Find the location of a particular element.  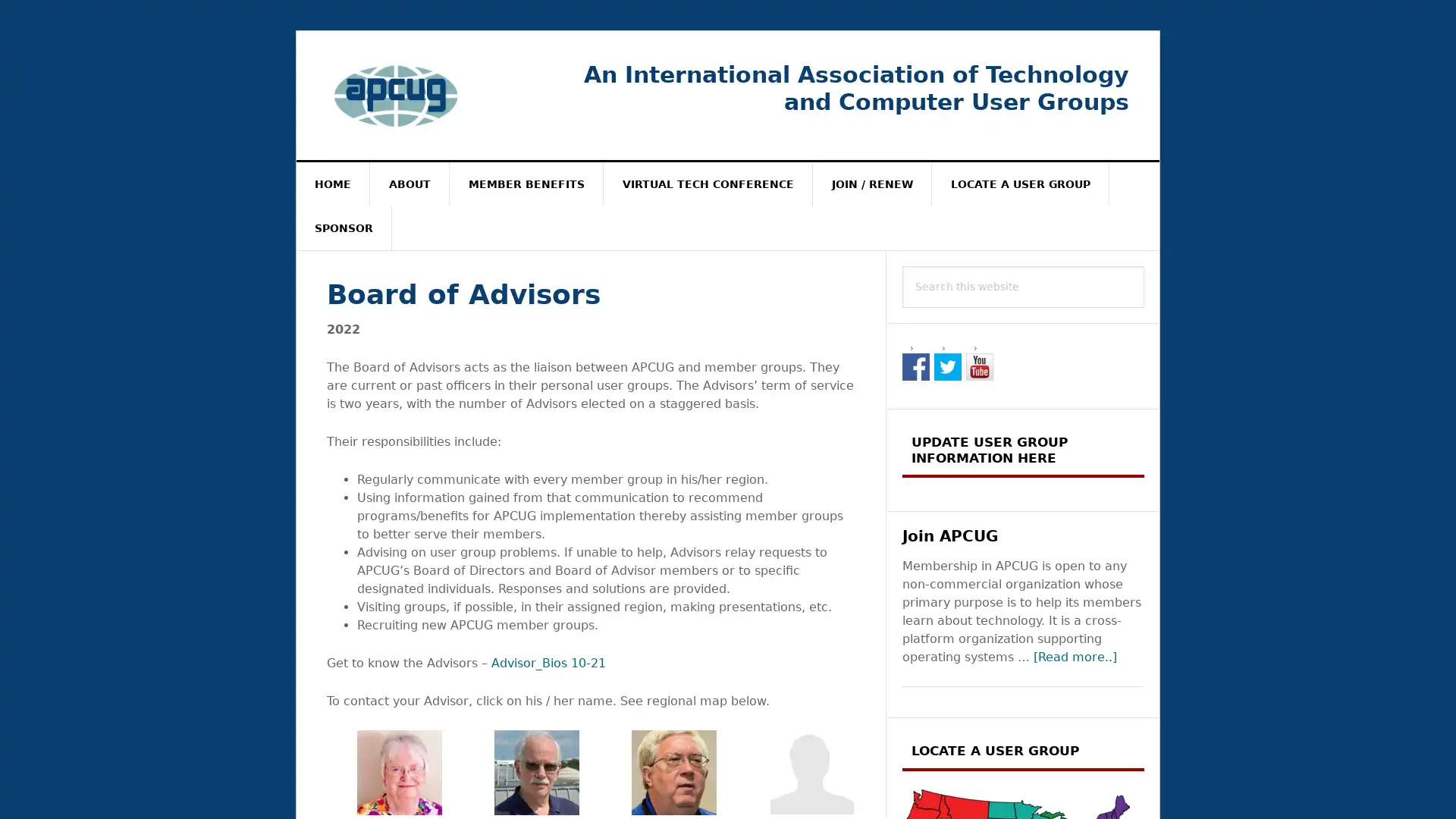

Search is located at coordinates (1144, 265).